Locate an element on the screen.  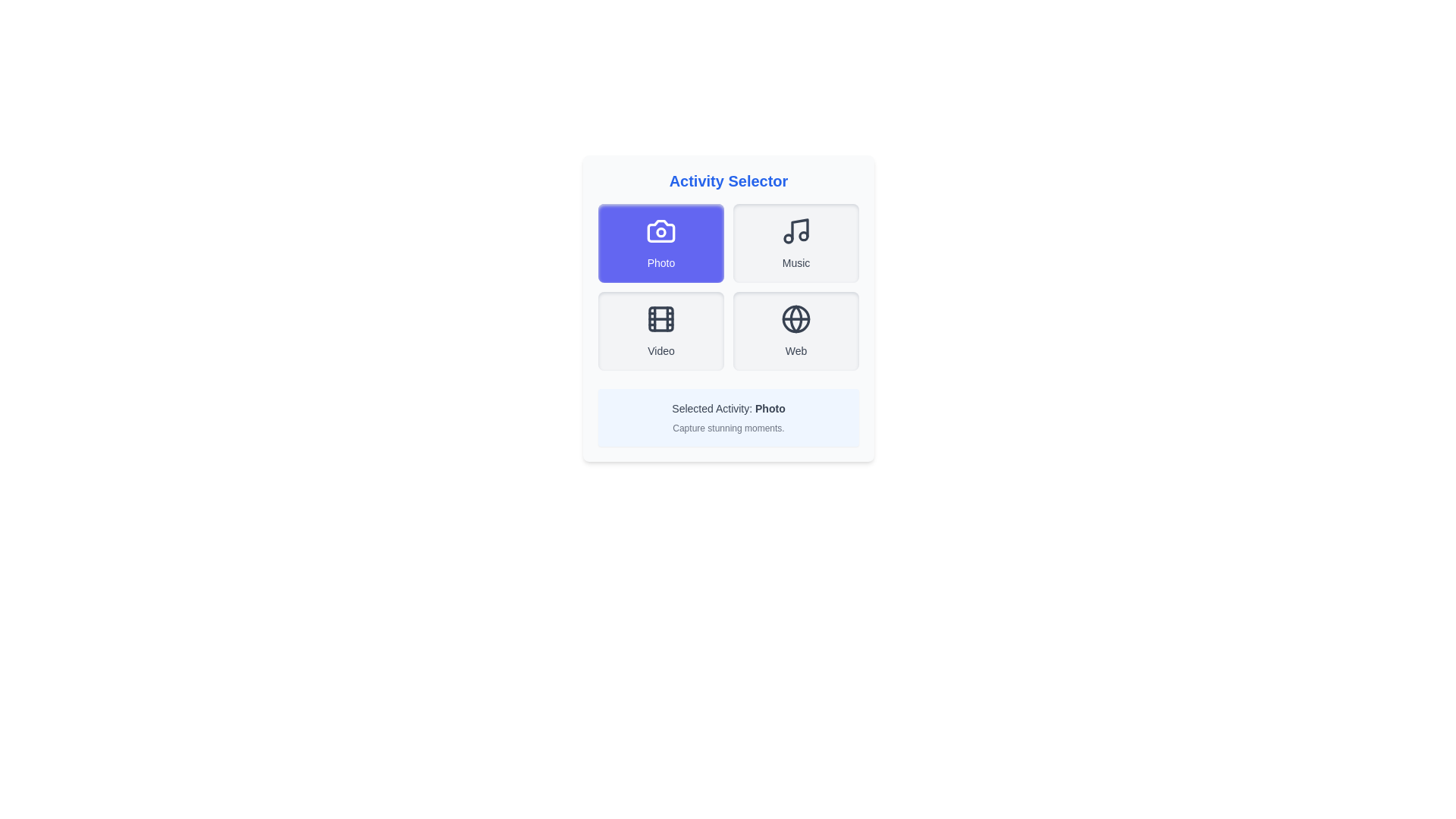
the decorative icon of the camera in the 'Photo' tile located in the upper-left quadrant of the grid is located at coordinates (661, 231).